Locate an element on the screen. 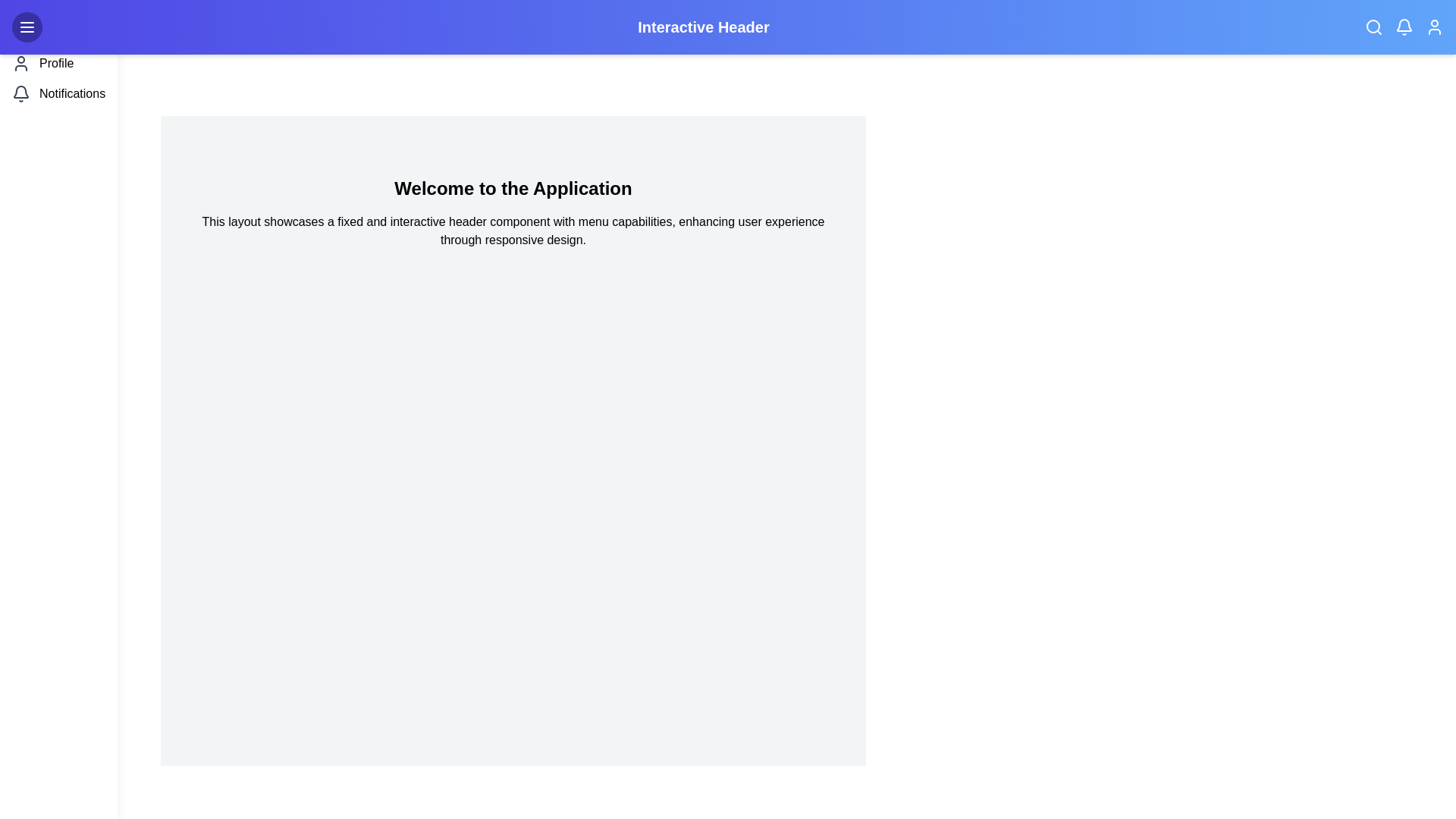 This screenshot has width=1456, height=819. the 'Notifications' menu item in the sidebar is located at coordinates (58, 93).